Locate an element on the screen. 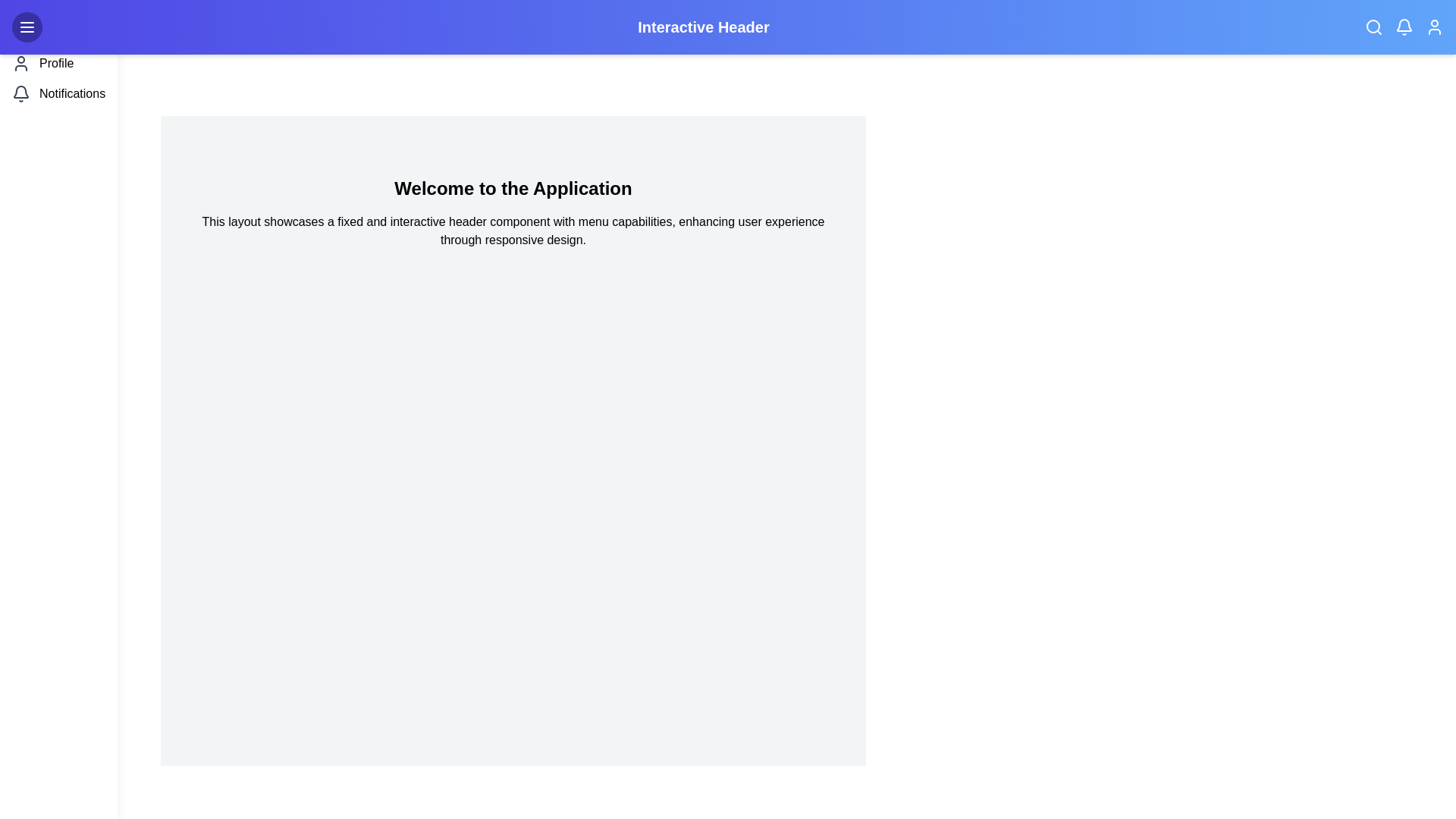 This screenshot has width=1456, height=819. the 'Notifications' menu item in the sidebar is located at coordinates (58, 93).